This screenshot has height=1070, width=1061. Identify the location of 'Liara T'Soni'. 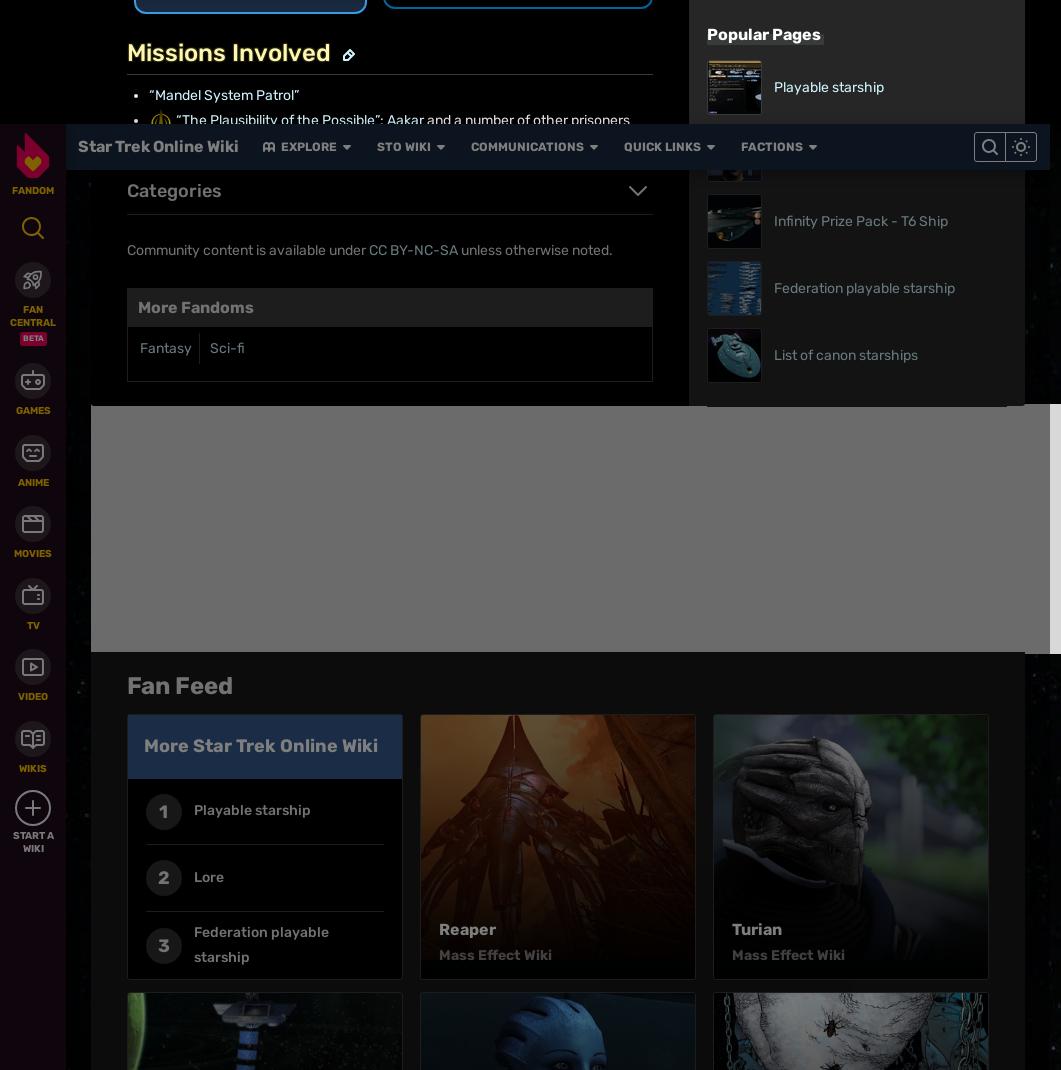
(484, 11).